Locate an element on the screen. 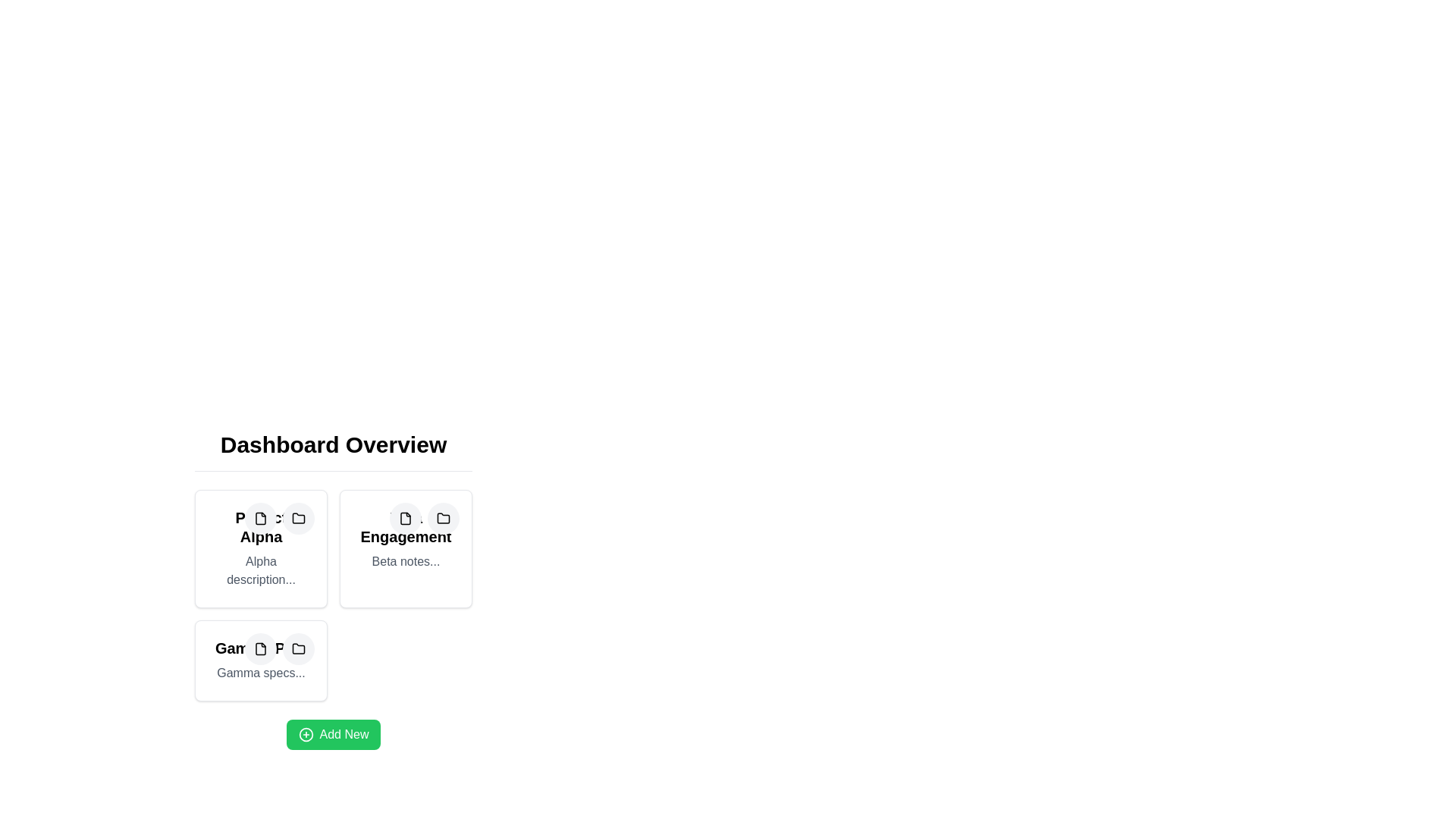  the circular icons representing file and folder functionalities within the 'Gamma Plan' interactive card located in the Dashboard Overview section is located at coordinates (261, 660).